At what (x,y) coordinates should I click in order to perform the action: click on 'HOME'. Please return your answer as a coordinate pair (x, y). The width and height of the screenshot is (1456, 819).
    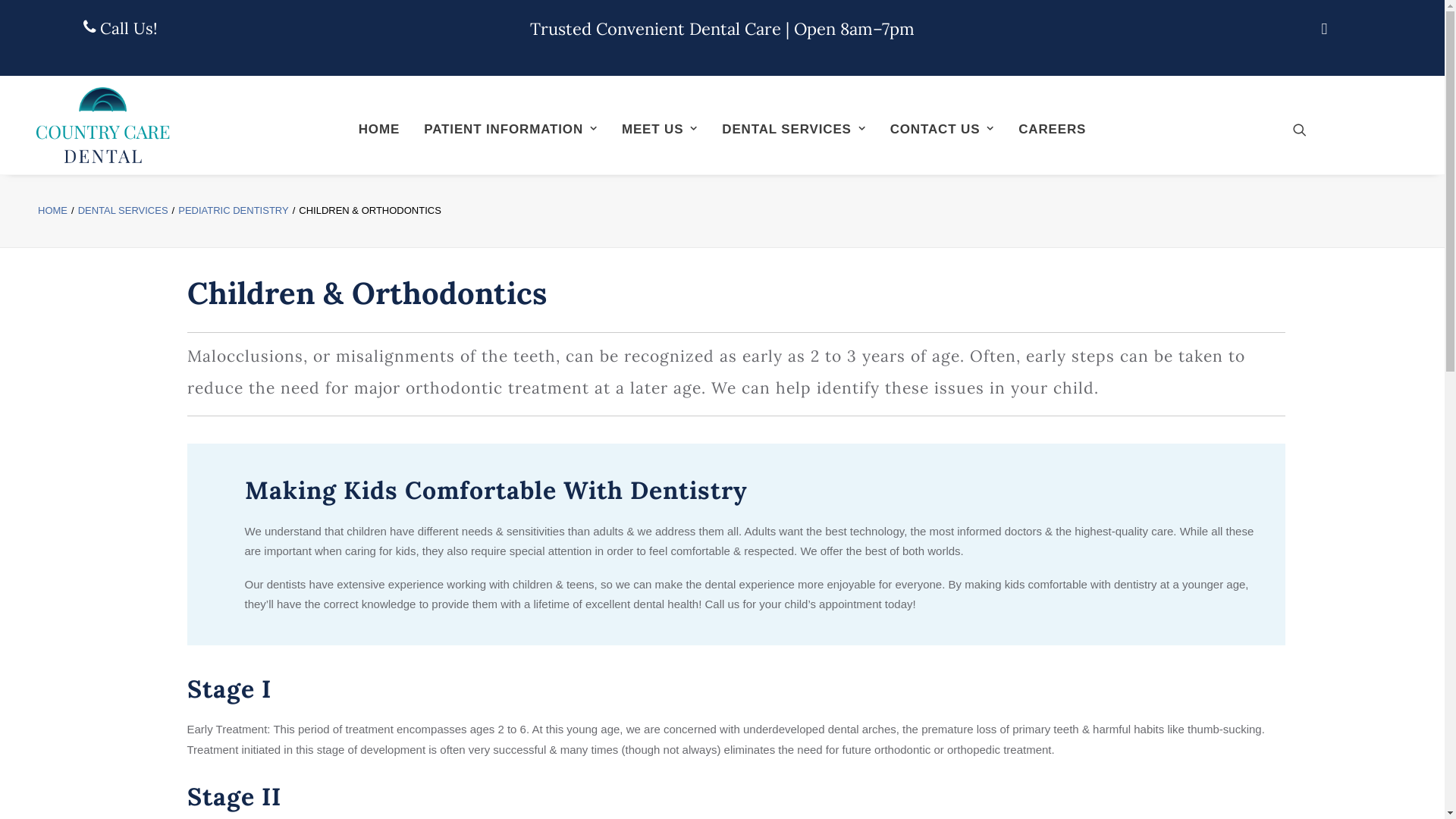
    Looking at the image, I should click on (347, 127).